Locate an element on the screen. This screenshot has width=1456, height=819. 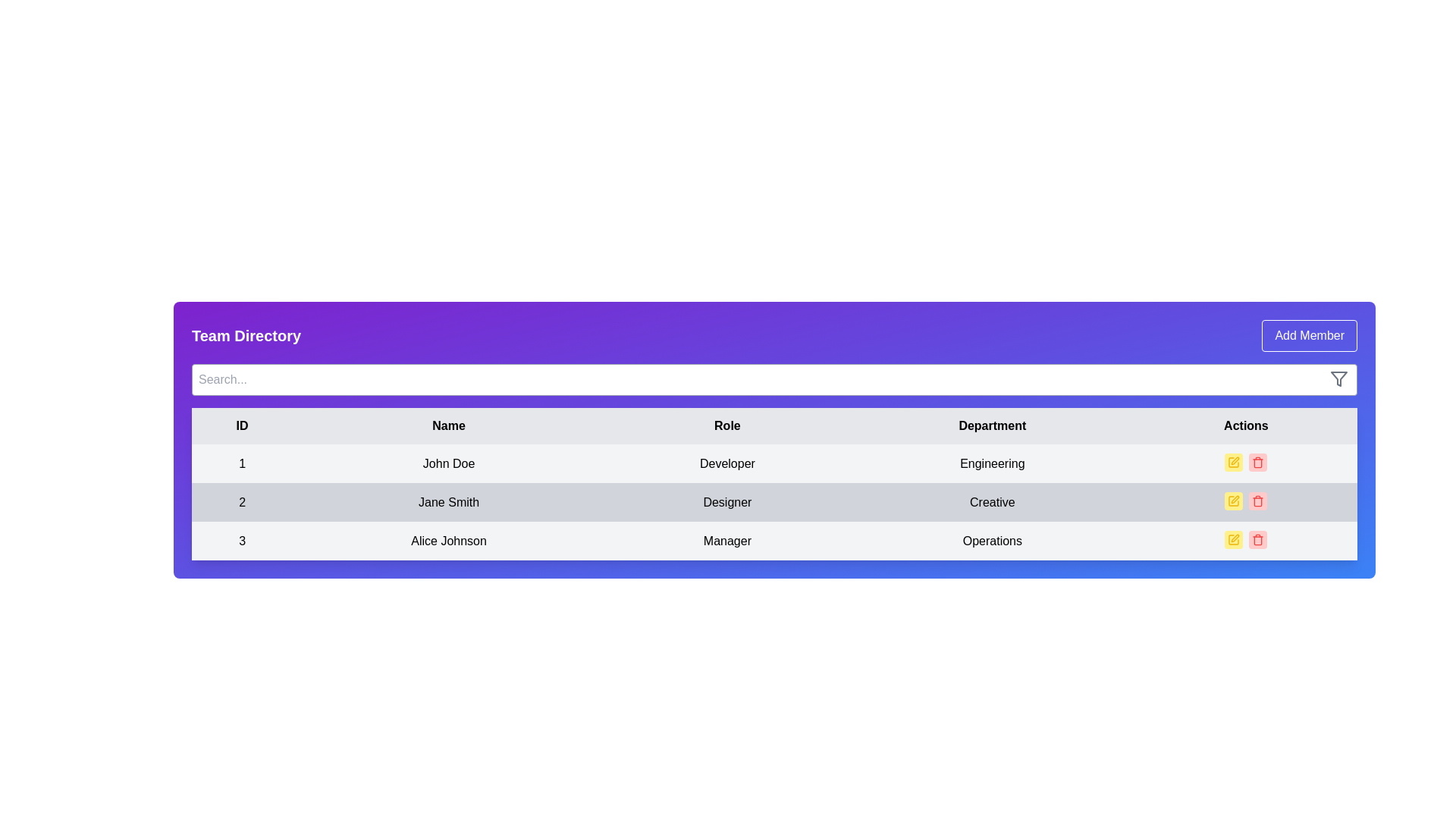
the yellow pencil icon in the Actions column of the last row for user 'Alice Johnson' who is a Manager in the Operations department is located at coordinates (1246, 540).